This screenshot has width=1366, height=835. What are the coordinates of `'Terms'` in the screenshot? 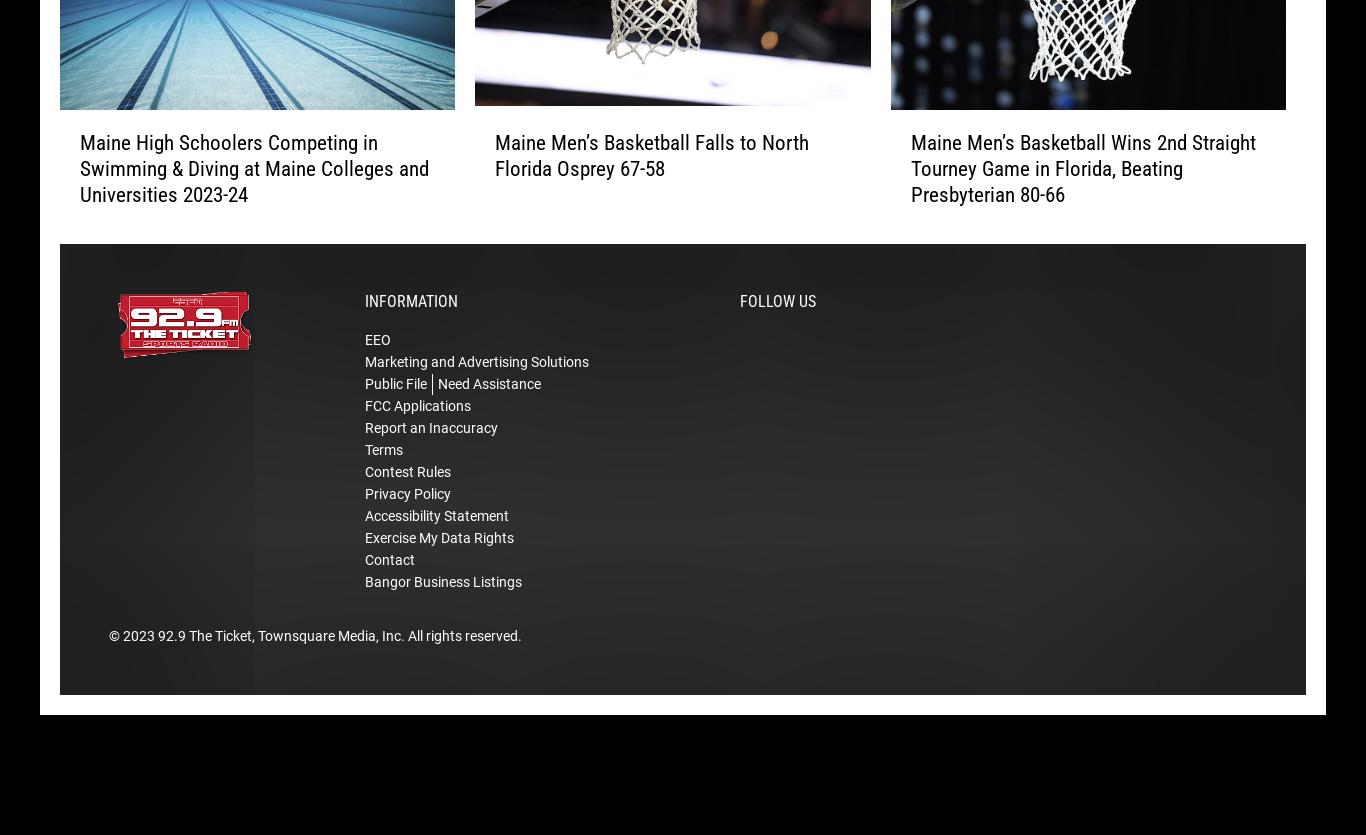 It's located at (382, 479).